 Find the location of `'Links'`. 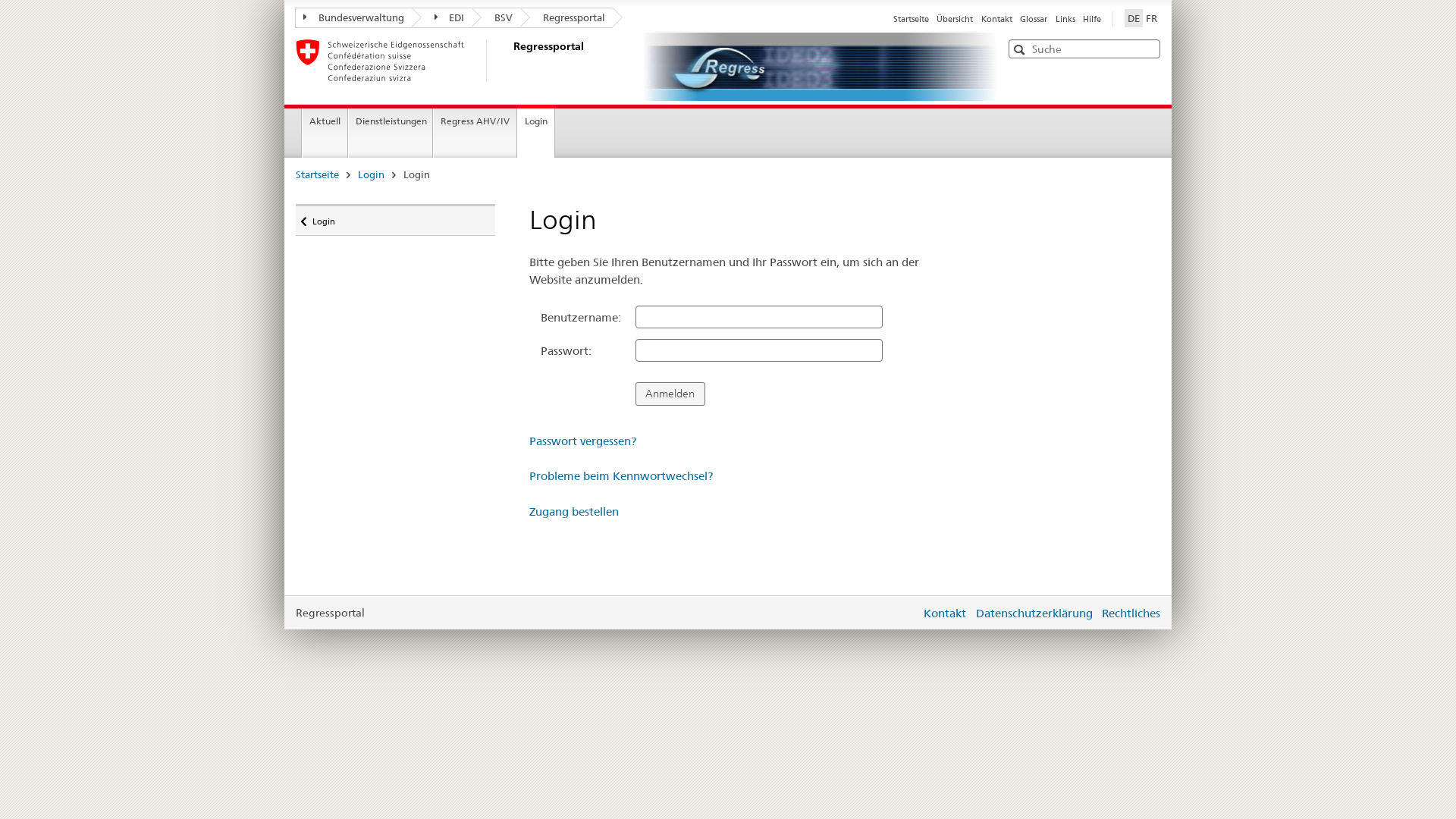

'Links' is located at coordinates (1055, 18).